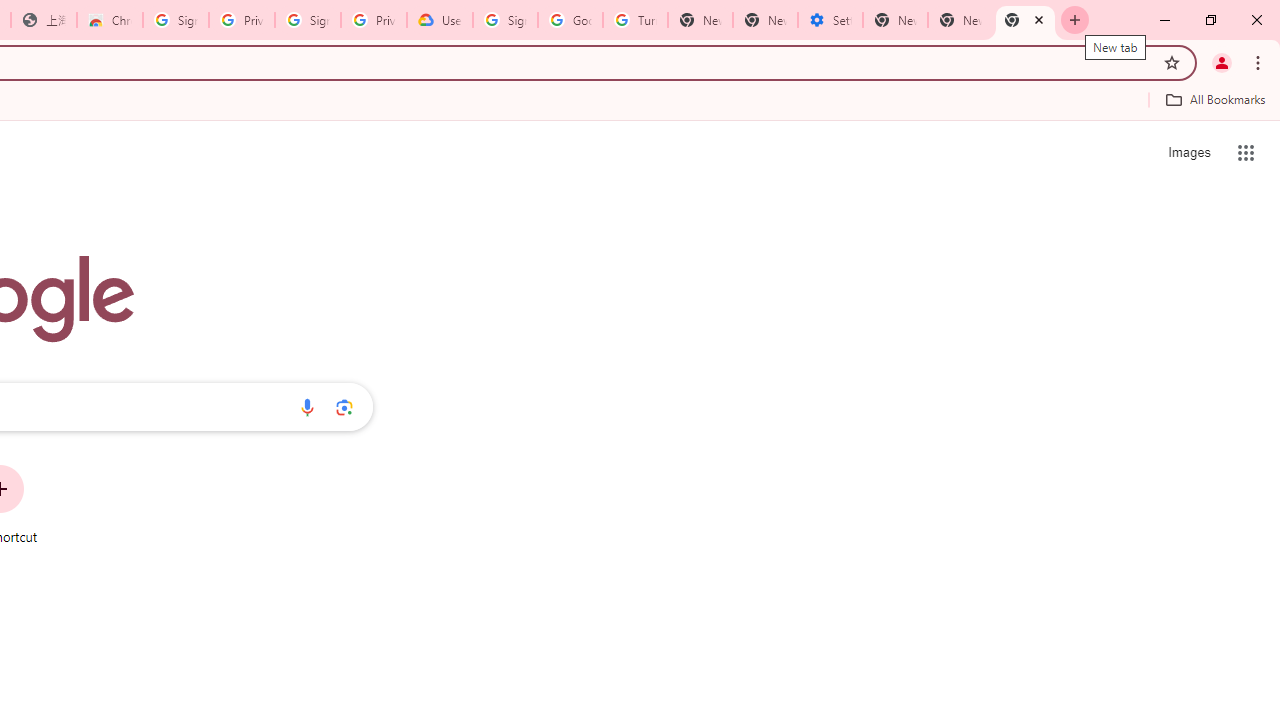 Image resolution: width=1280 pixels, height=720 pixels. What do you see at coordinates (306, 406) in the screenshot?
I see `'Search by voice'` at bounding box center [306, 406].